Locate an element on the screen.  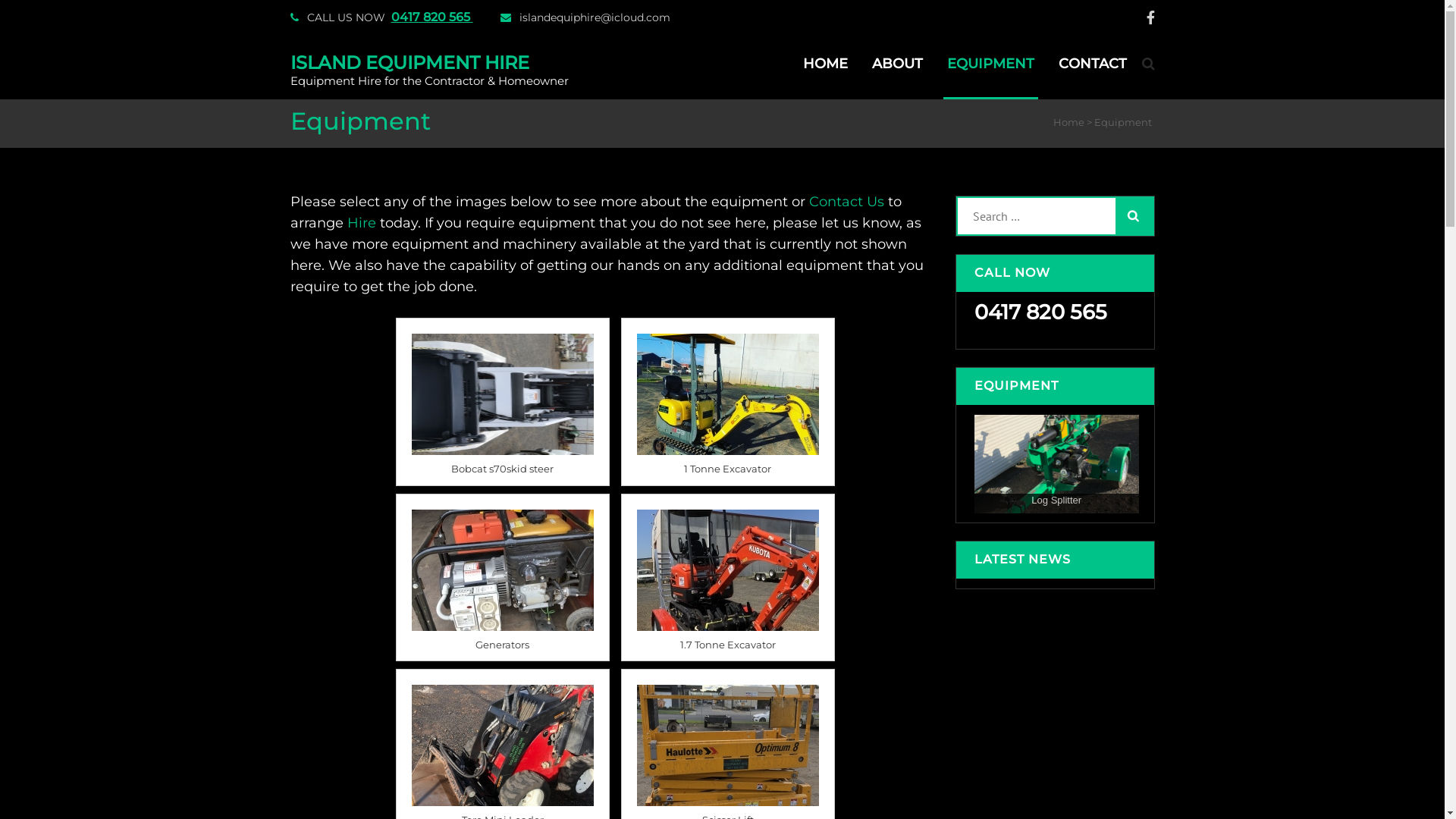
'HOME' is located at coordinates (824, 76).